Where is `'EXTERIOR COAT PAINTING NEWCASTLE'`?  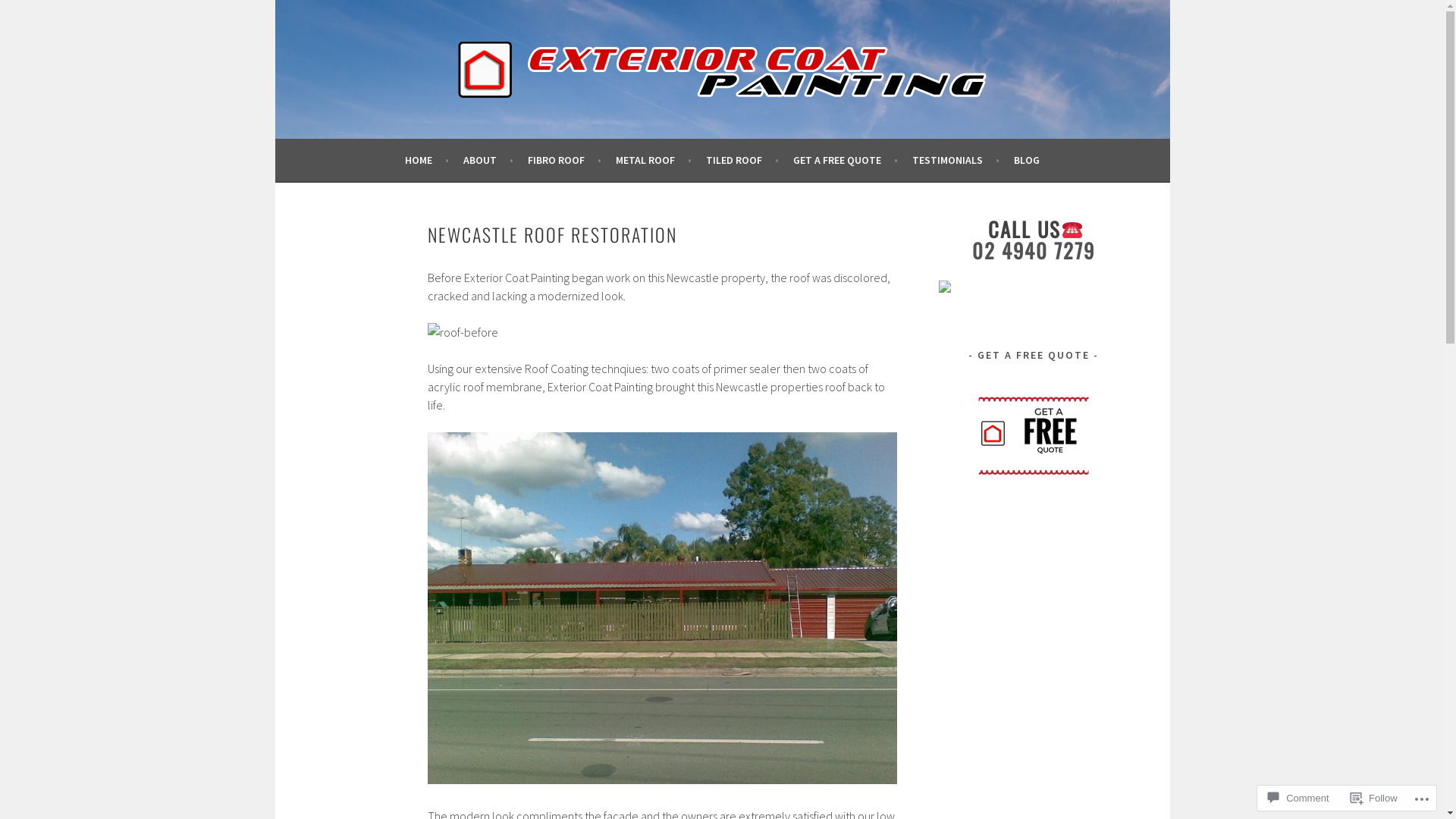 'EXTERIOR COAT PAINTING NEWCASTLE' is located at coordinates (524, 147).